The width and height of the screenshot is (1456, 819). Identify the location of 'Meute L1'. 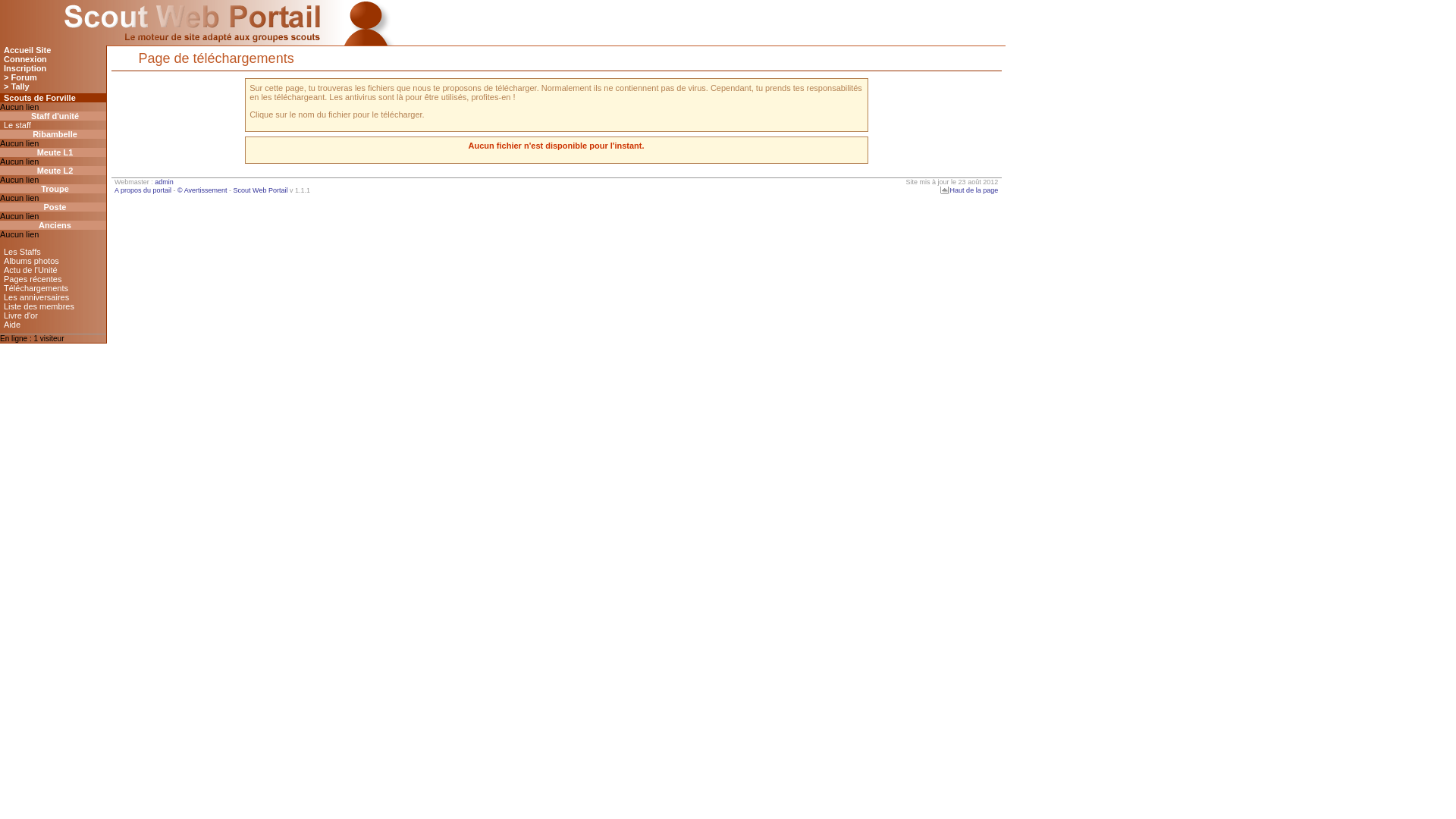
(53, 152).